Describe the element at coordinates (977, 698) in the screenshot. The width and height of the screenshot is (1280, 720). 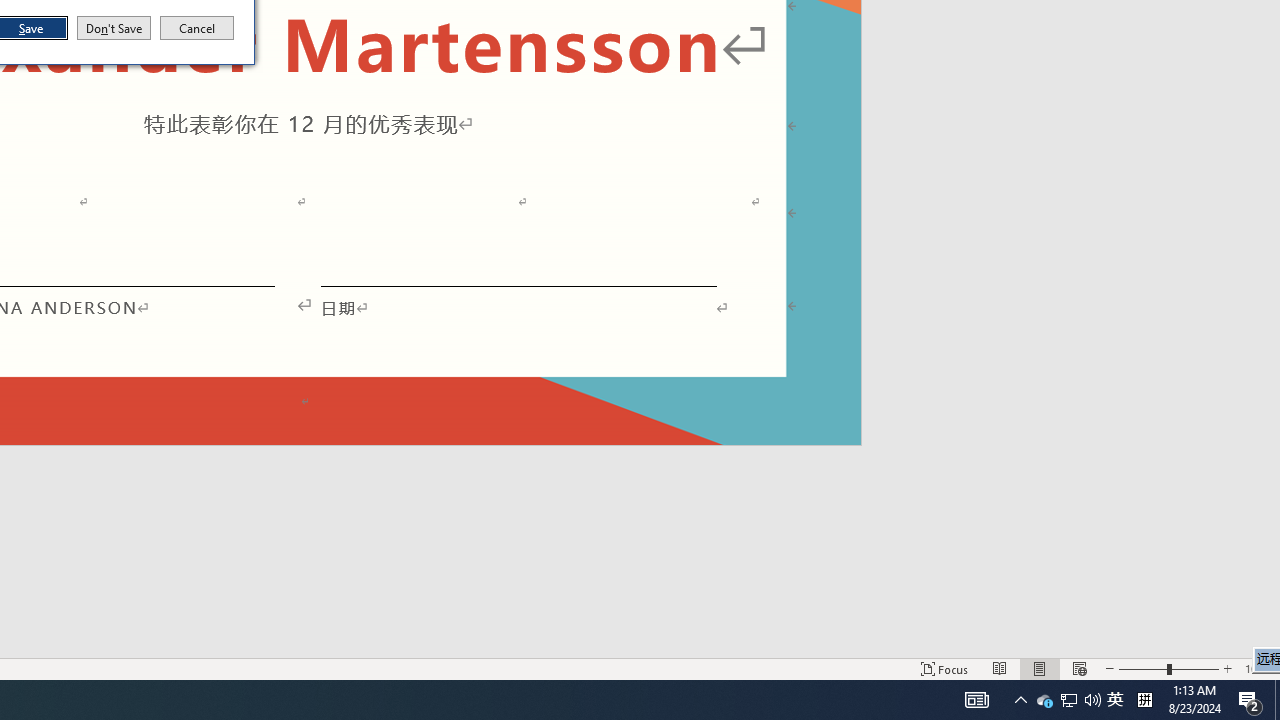
I see `'AutomationID: 4105'` at that location.